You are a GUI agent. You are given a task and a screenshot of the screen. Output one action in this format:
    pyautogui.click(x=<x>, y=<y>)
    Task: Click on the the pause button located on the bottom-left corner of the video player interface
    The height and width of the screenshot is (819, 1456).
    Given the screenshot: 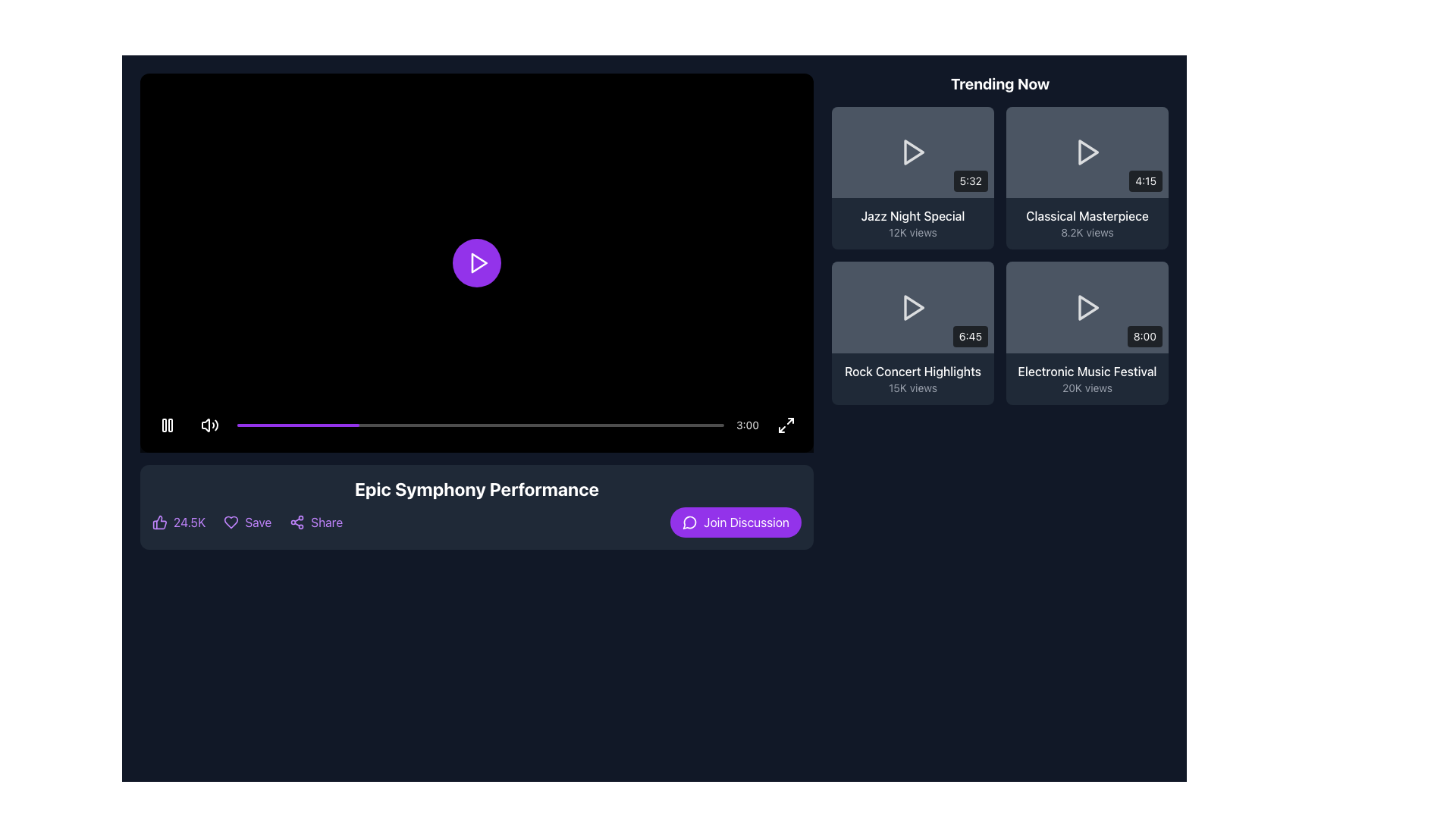 What is the action you would take?
    pyautogui.click(x=167, y=424)
    